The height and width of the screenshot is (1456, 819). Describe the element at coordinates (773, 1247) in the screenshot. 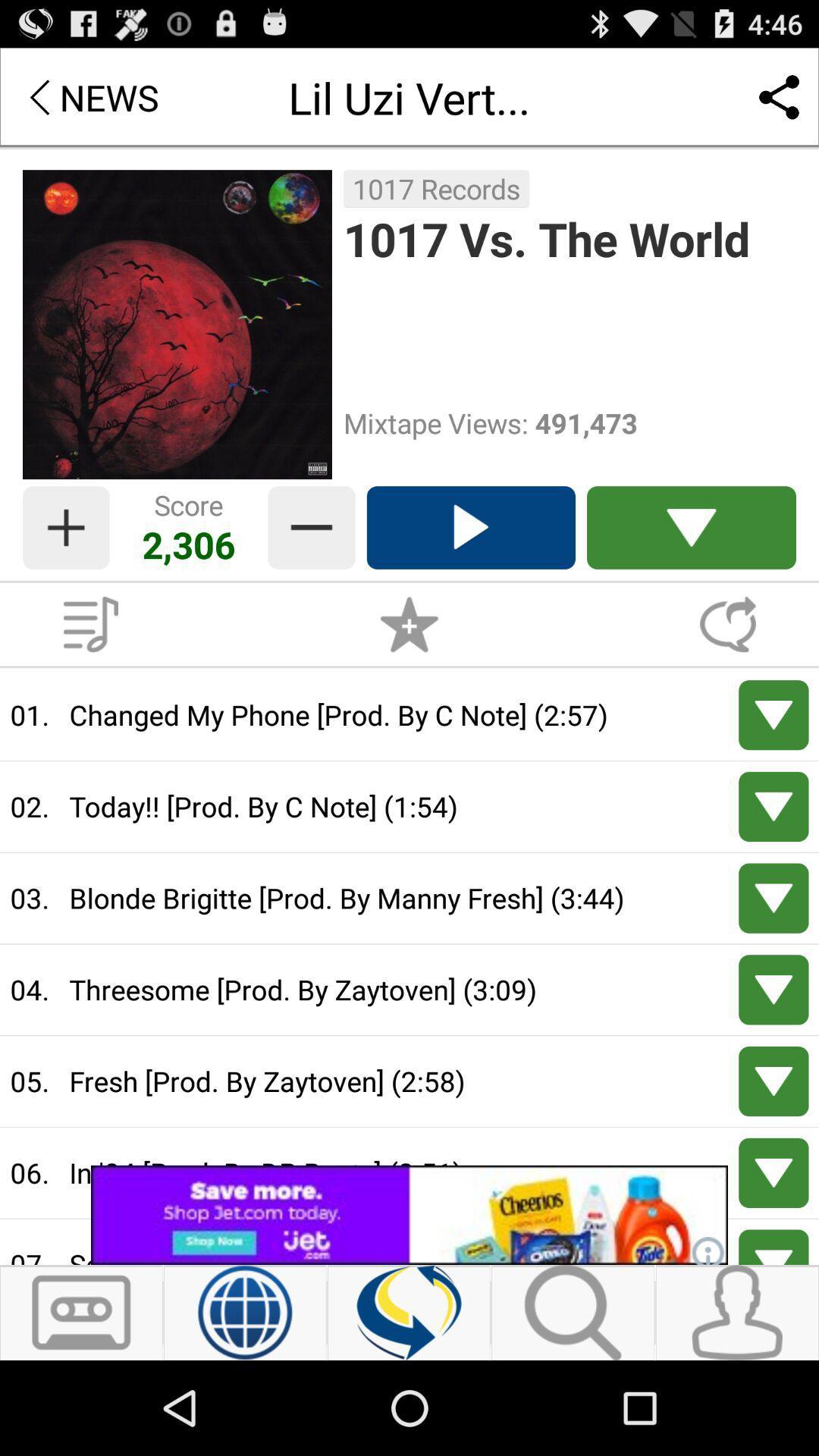

I see `go down` at that location.